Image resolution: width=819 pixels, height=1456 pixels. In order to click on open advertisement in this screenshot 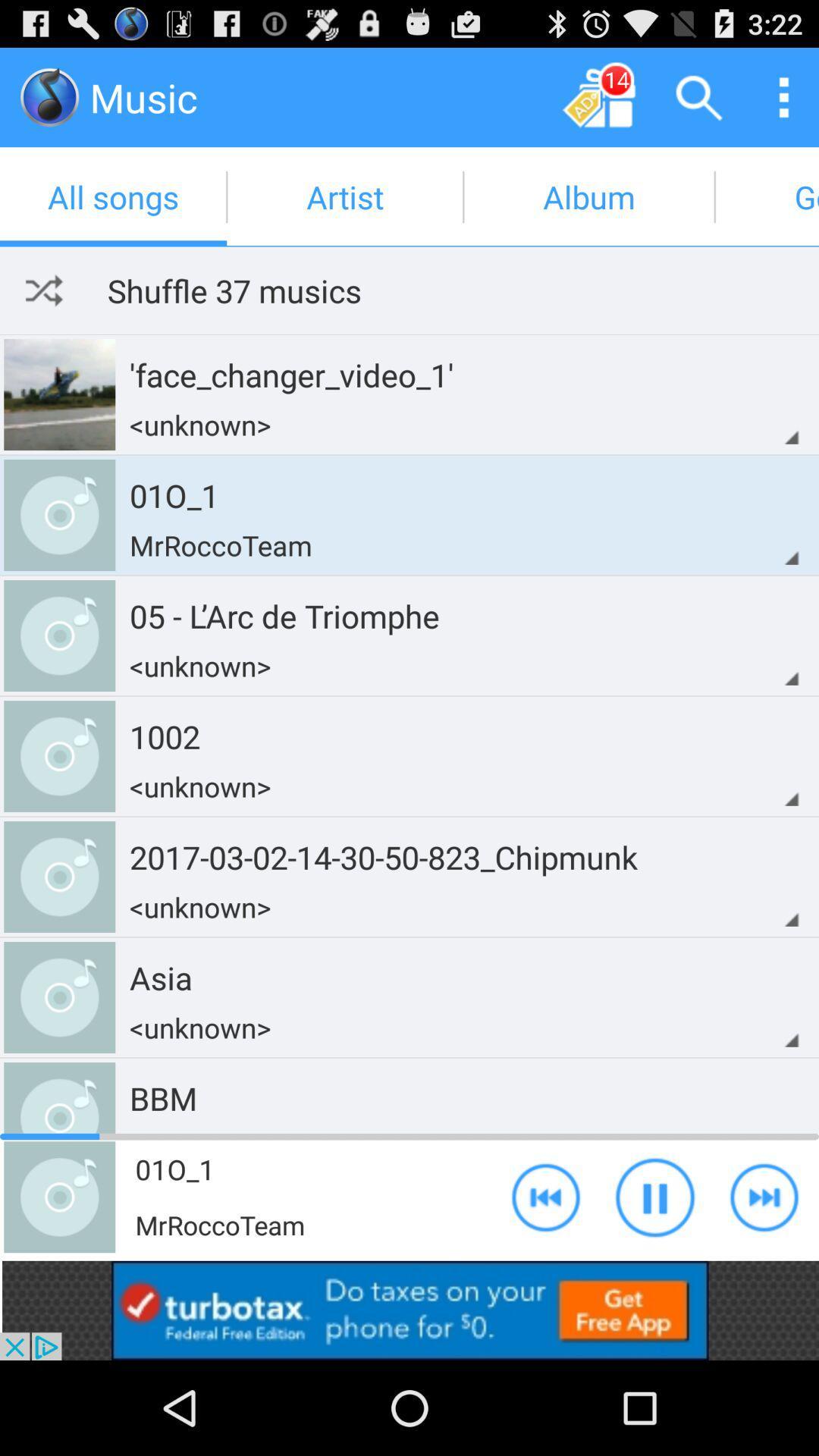, I will do `click(409, 1310)`.